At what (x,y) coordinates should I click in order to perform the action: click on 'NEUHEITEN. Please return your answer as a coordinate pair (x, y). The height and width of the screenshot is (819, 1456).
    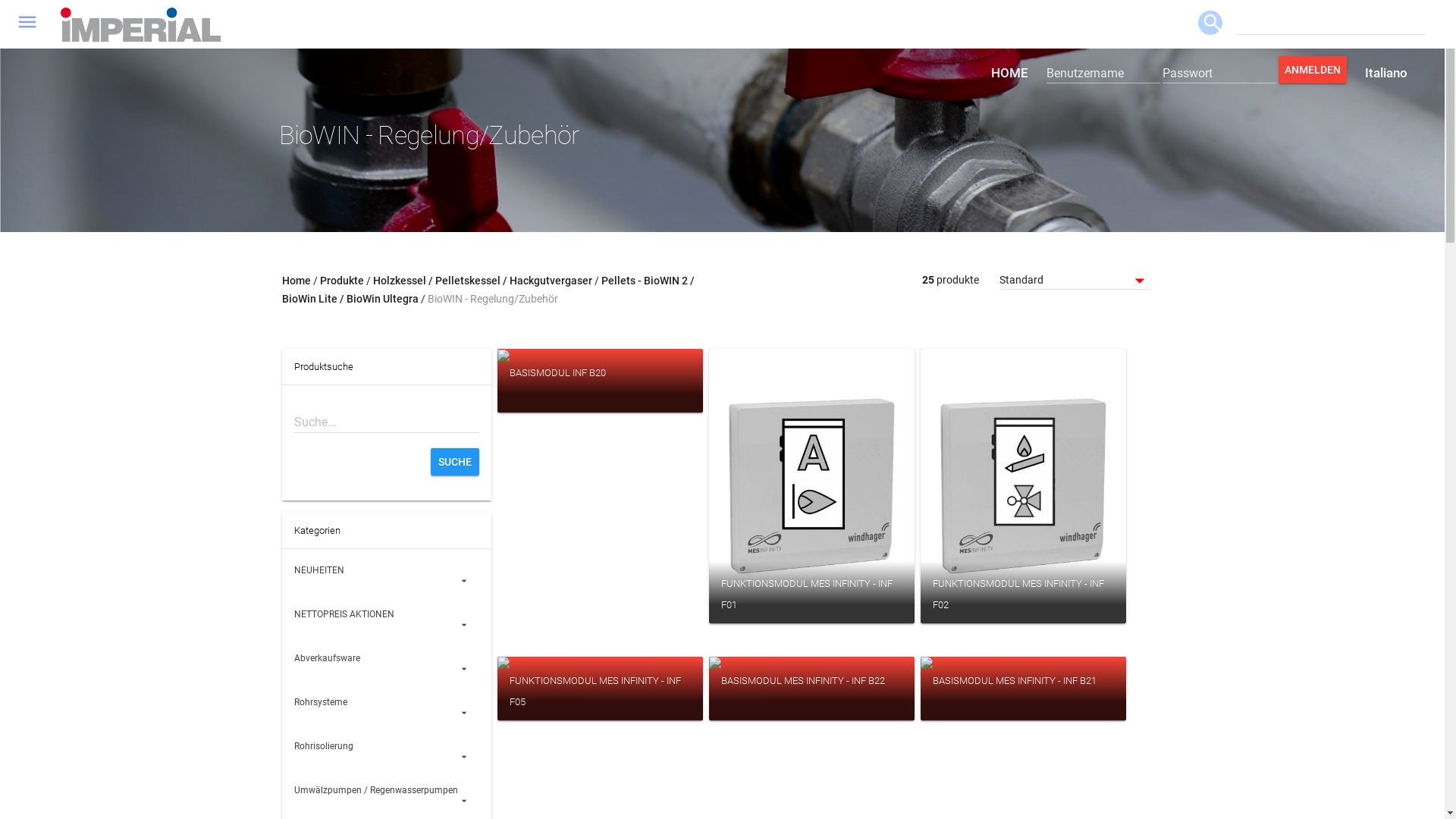
    Looking at the image, I should click on (387, 579).